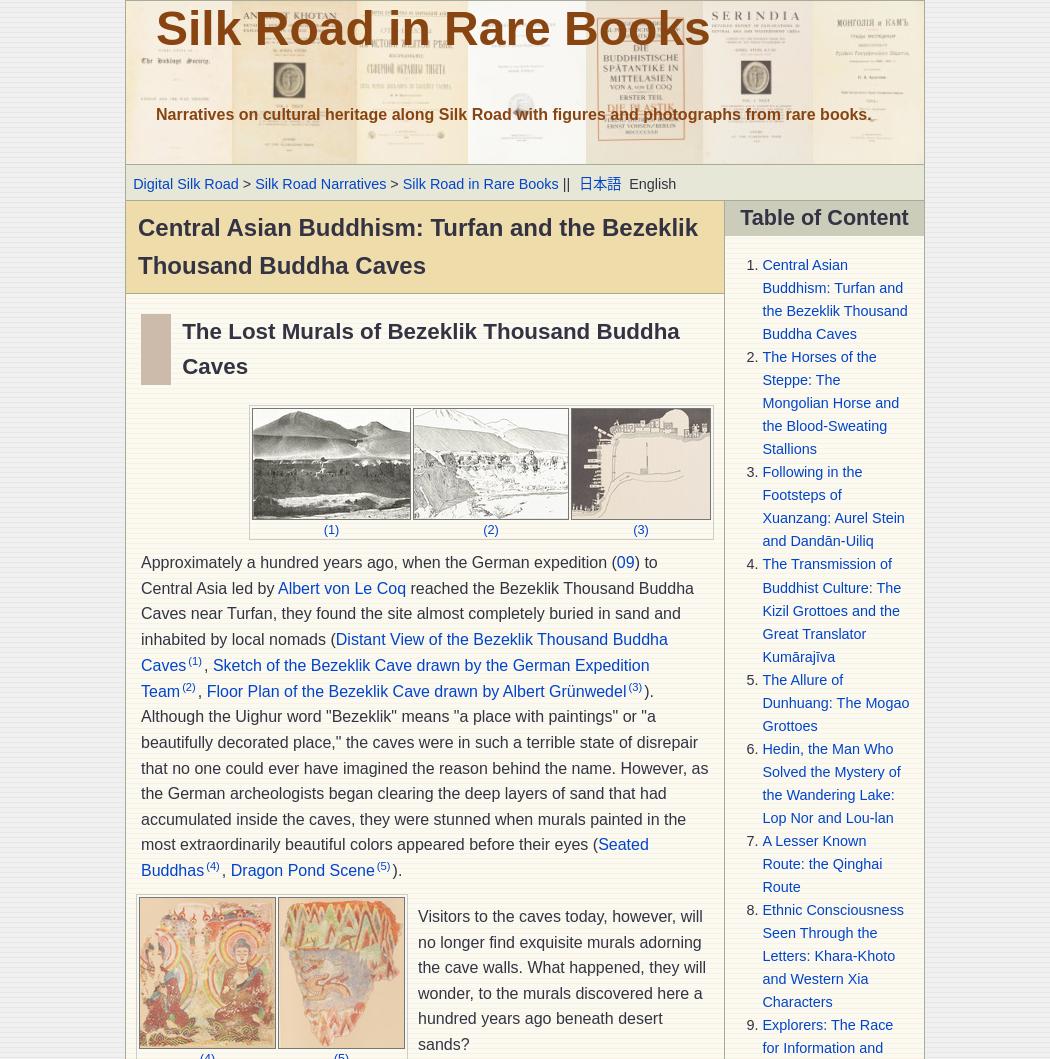  Describe the element at coordinates (561, 978) in the screenshot. I see `'Visitors to the caves today, however, will no longer find exquisite murals adorning the cave walls. What happened, they will wonder, to the murals discovered here a hundred years ago beneath desert sands?'` at that location.